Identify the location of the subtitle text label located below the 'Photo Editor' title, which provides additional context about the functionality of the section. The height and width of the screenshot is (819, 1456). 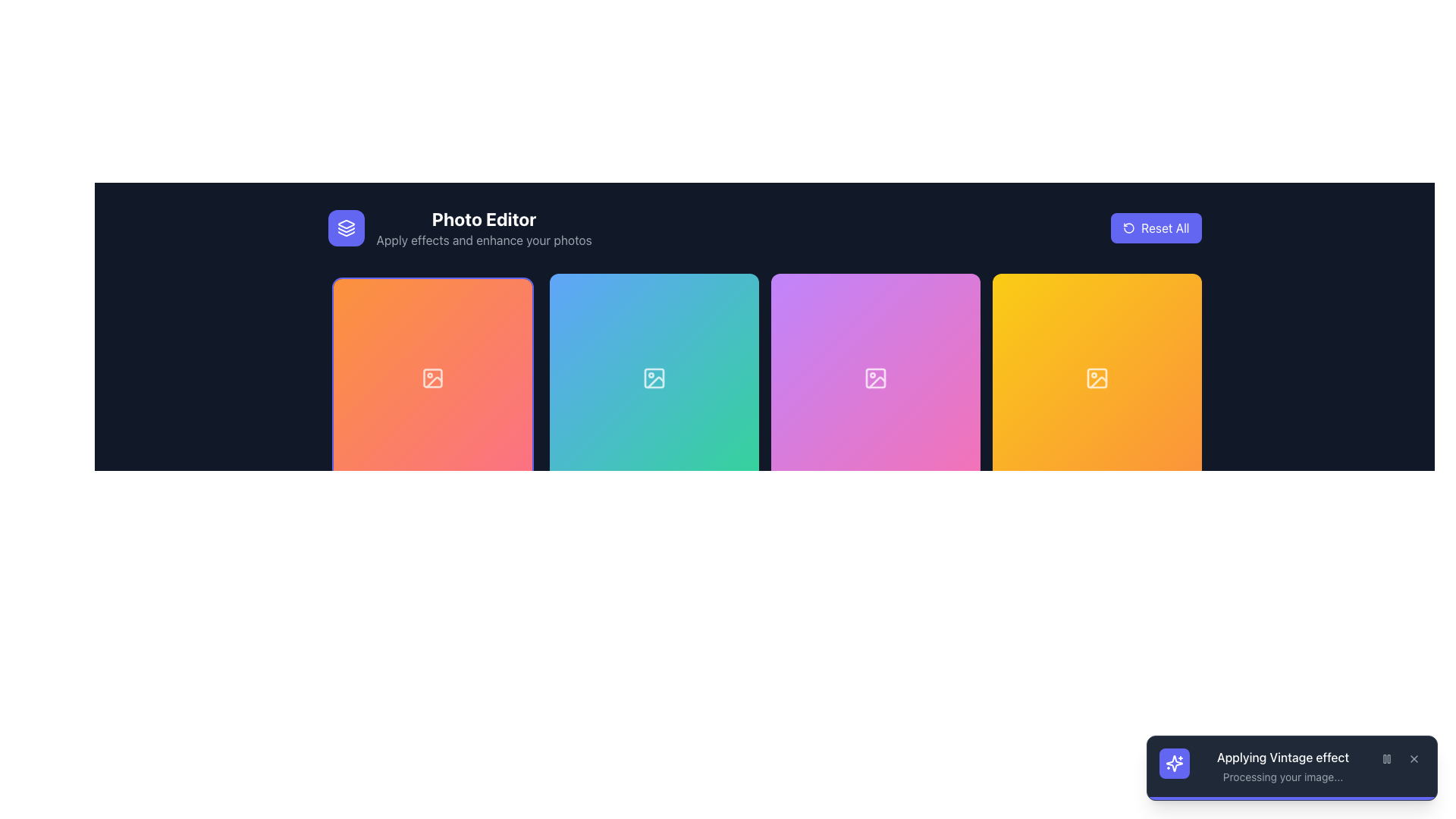
(483, 239).